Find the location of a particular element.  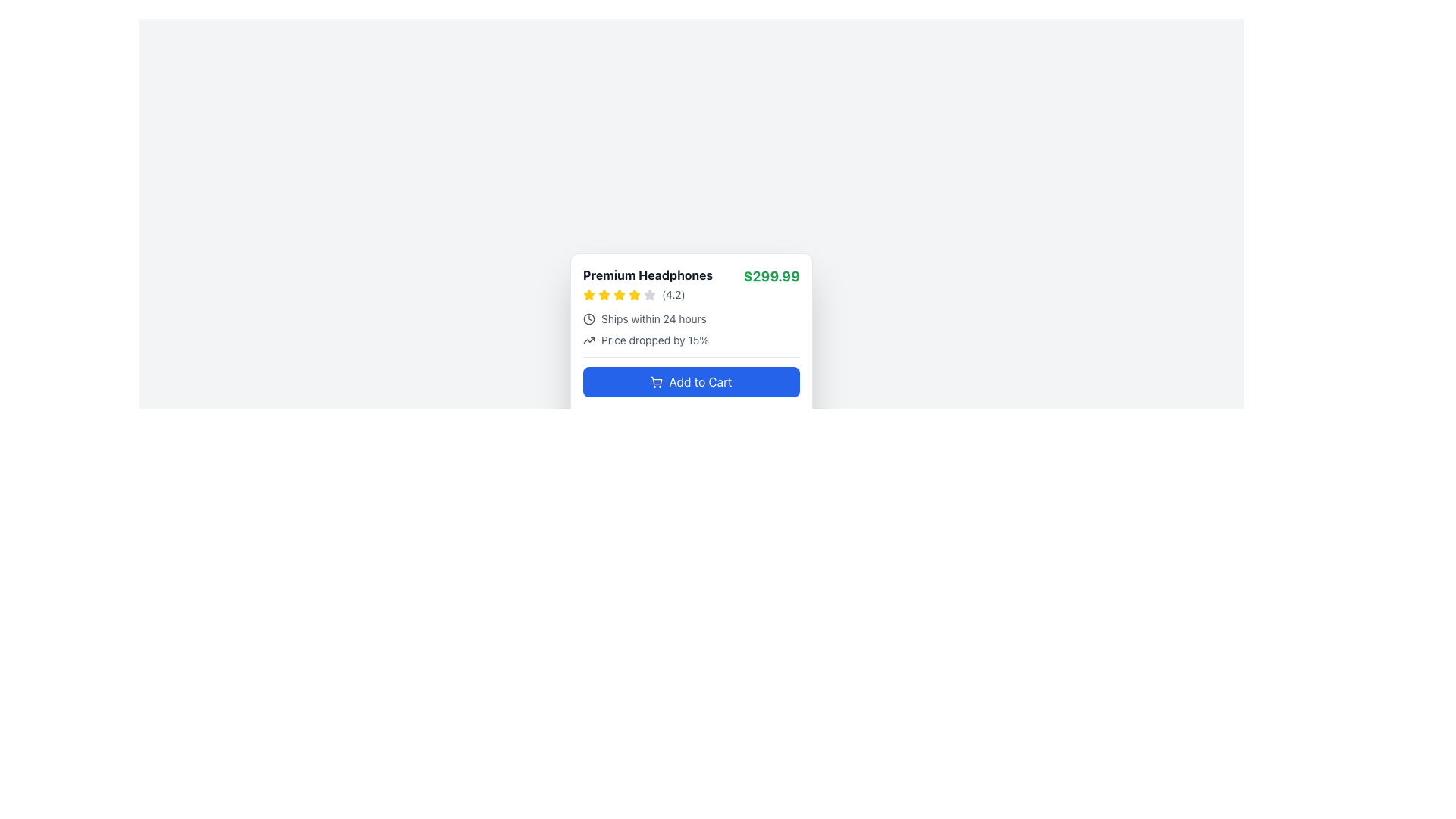

the star-based rating display located directly under the title 'Premium Headphones' to inspect further is located at coordinates (648, 295).